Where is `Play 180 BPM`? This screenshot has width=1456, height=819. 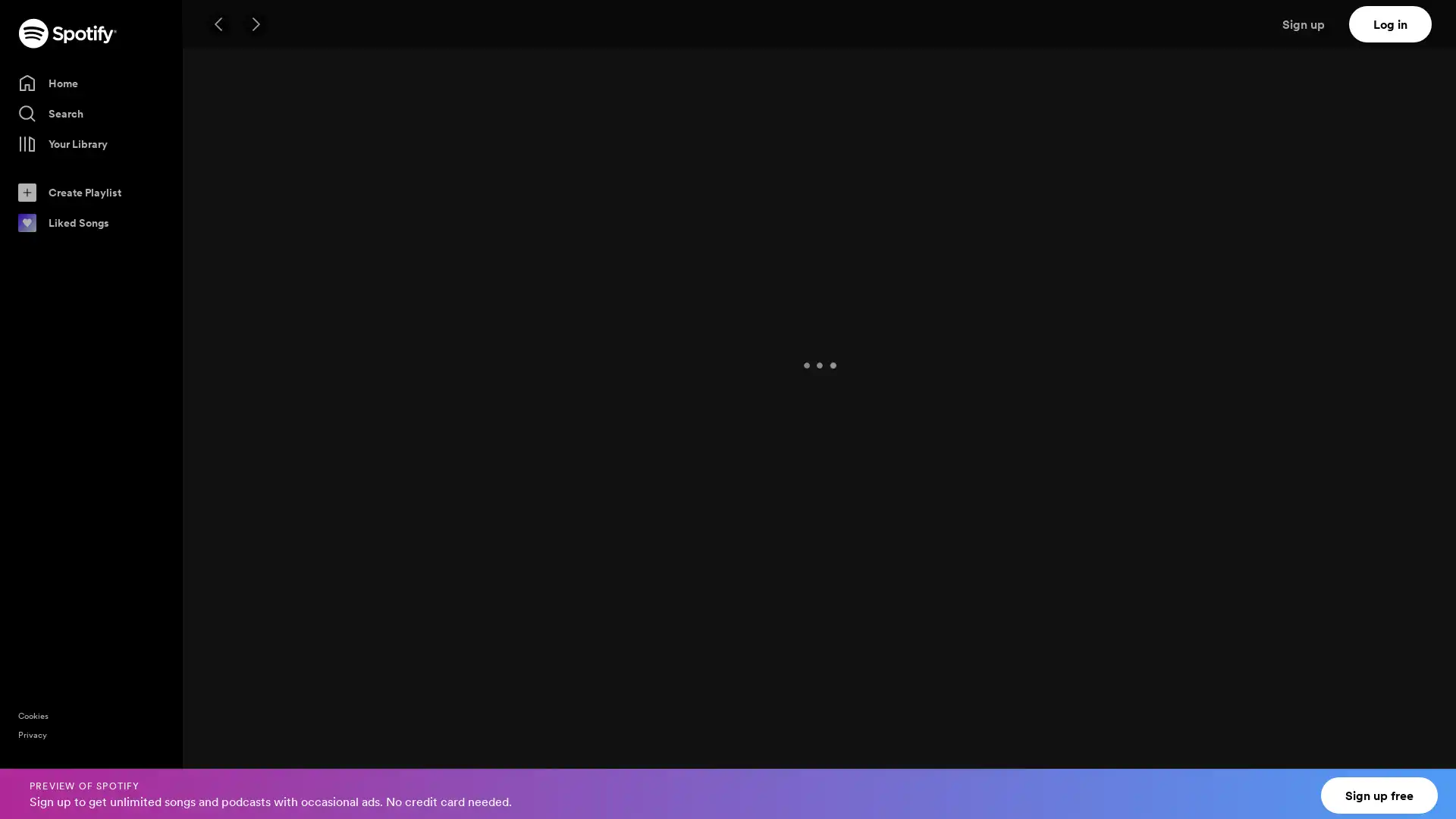
Play 180 BPM is located at coordinates (461, 461).